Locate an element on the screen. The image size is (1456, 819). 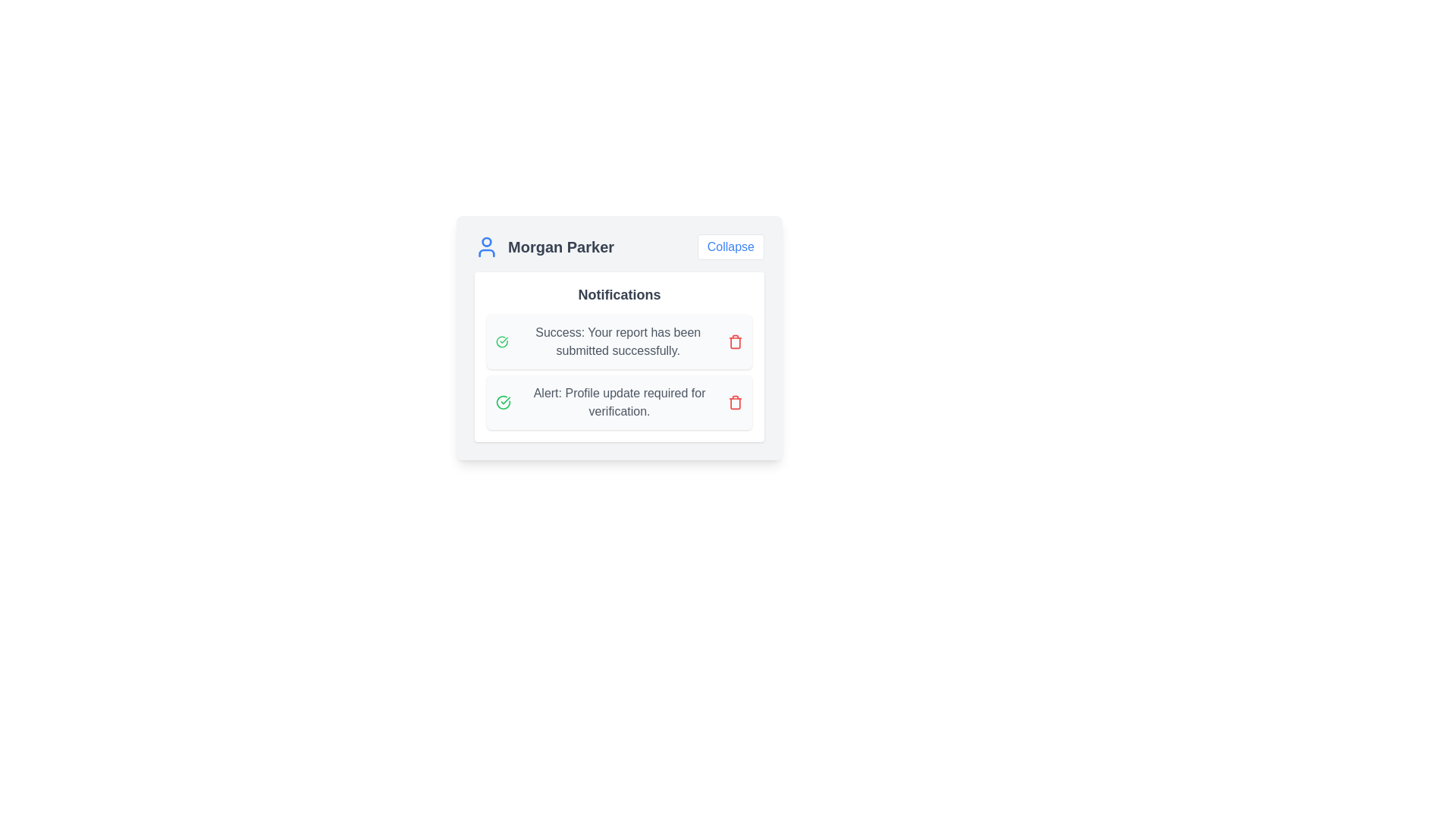
the user profile text label, which is located directly to the right of a blue person silhouette icon and above the Notifications section is located at coordinates (560, 246).